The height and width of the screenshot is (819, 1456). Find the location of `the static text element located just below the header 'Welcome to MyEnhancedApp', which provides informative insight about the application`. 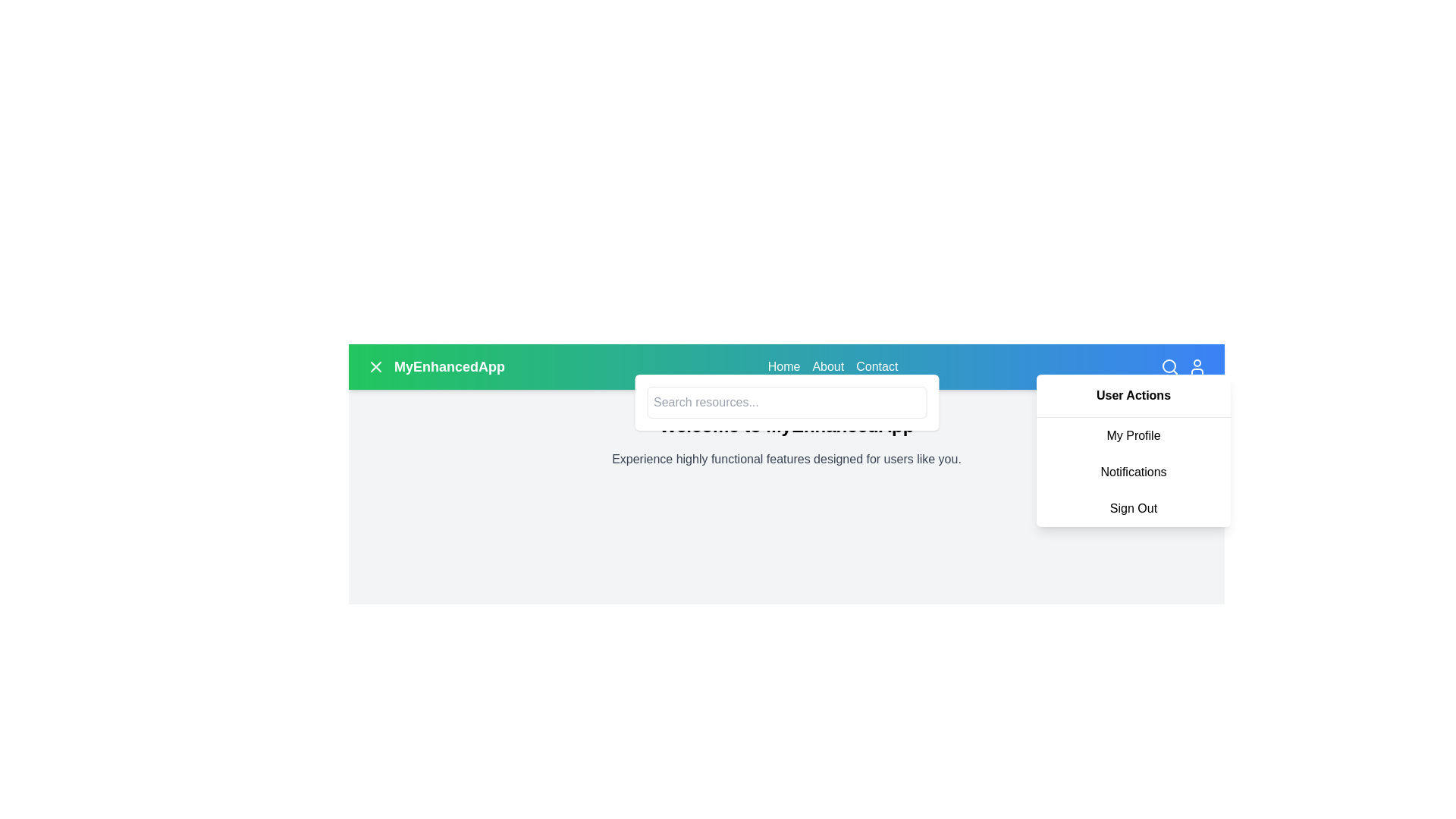

the static text element located just below the header 'Welcome to MyEnhancedApp', which provides informative insight about the application is located at coordinates (786, 458).